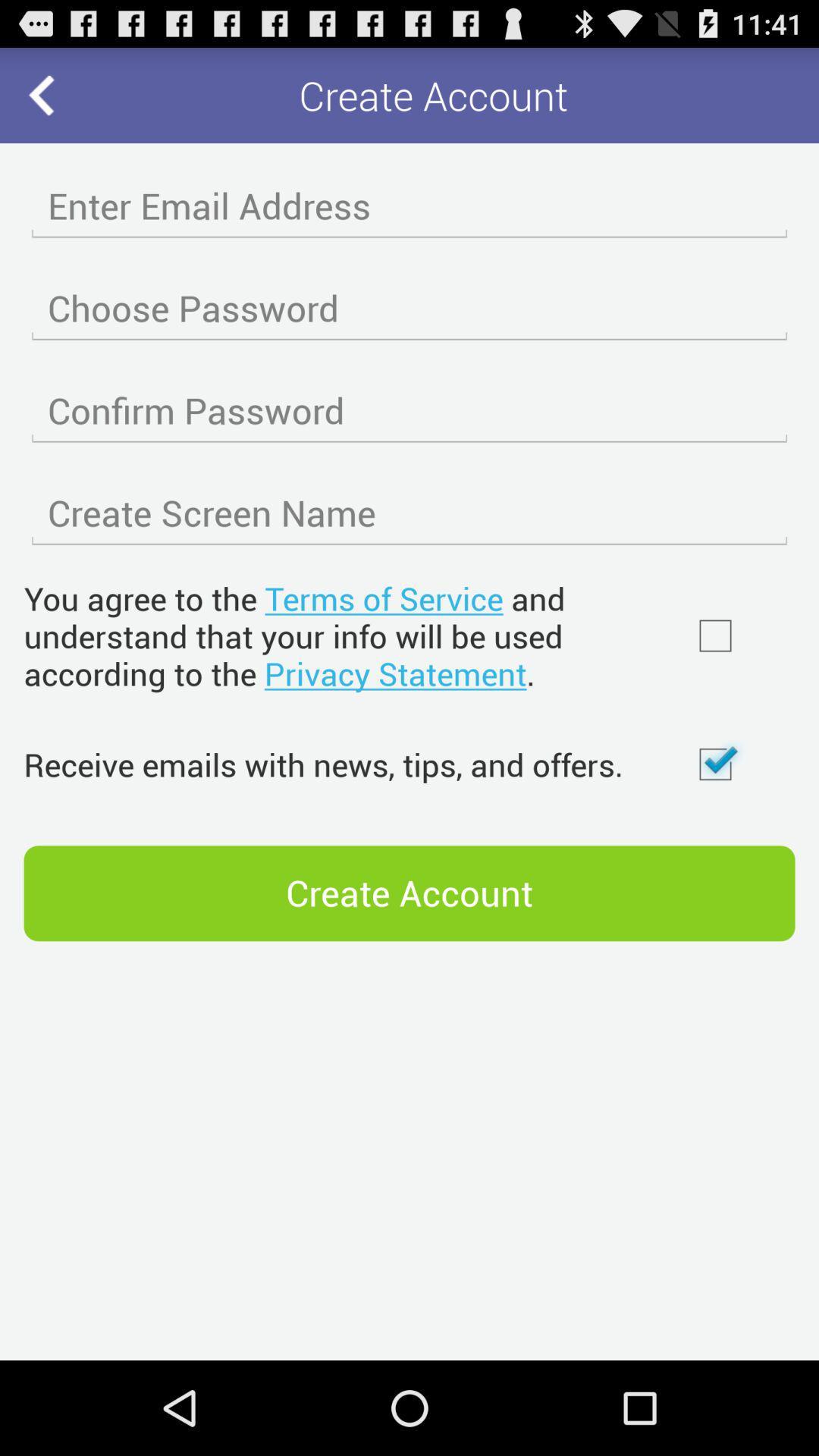 This screenshot has width=819, height=1456. I want to click on the arrow_backward icon, so click(46, 101).